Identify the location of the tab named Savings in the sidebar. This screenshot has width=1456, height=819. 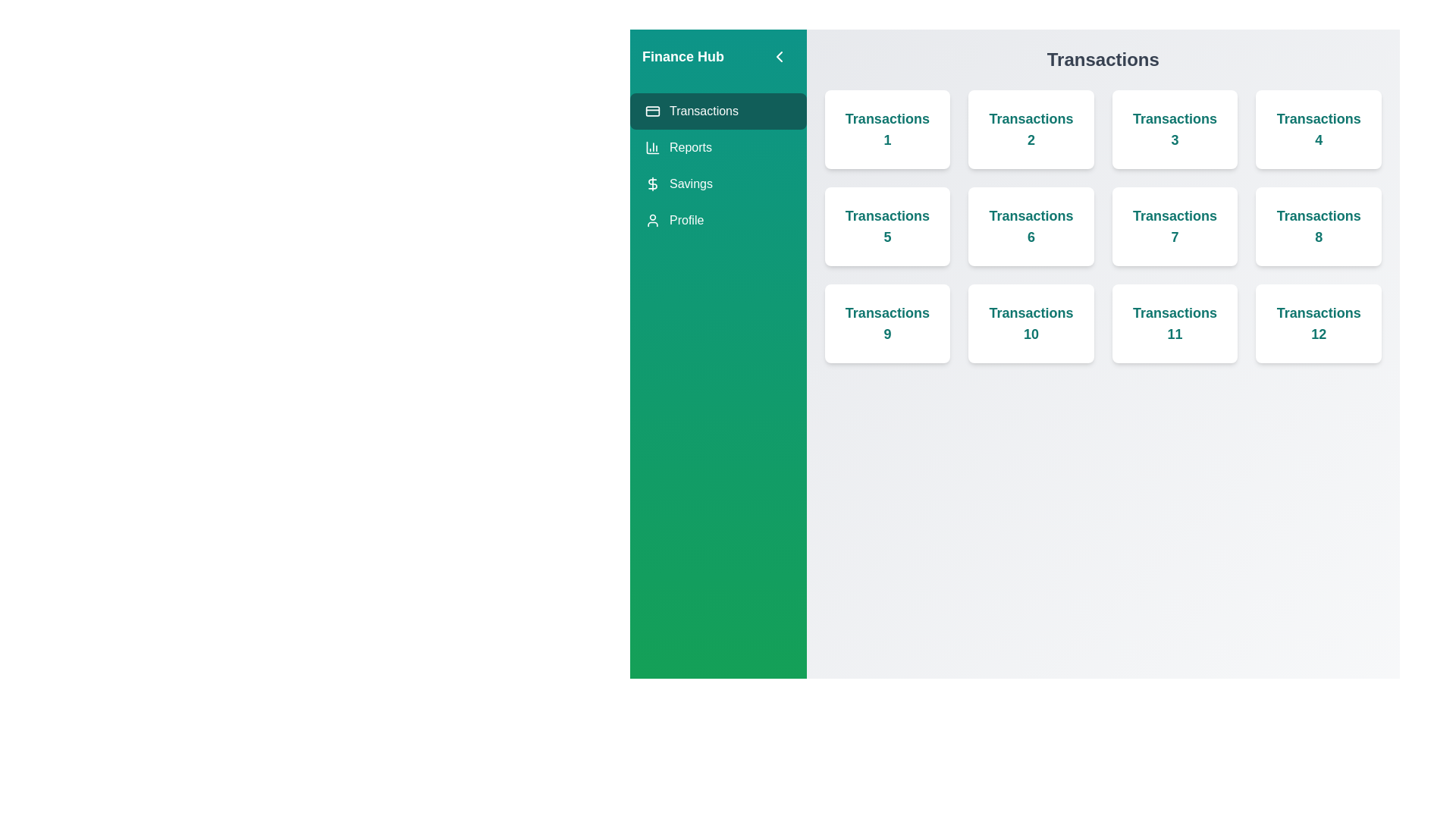
(717, 184).